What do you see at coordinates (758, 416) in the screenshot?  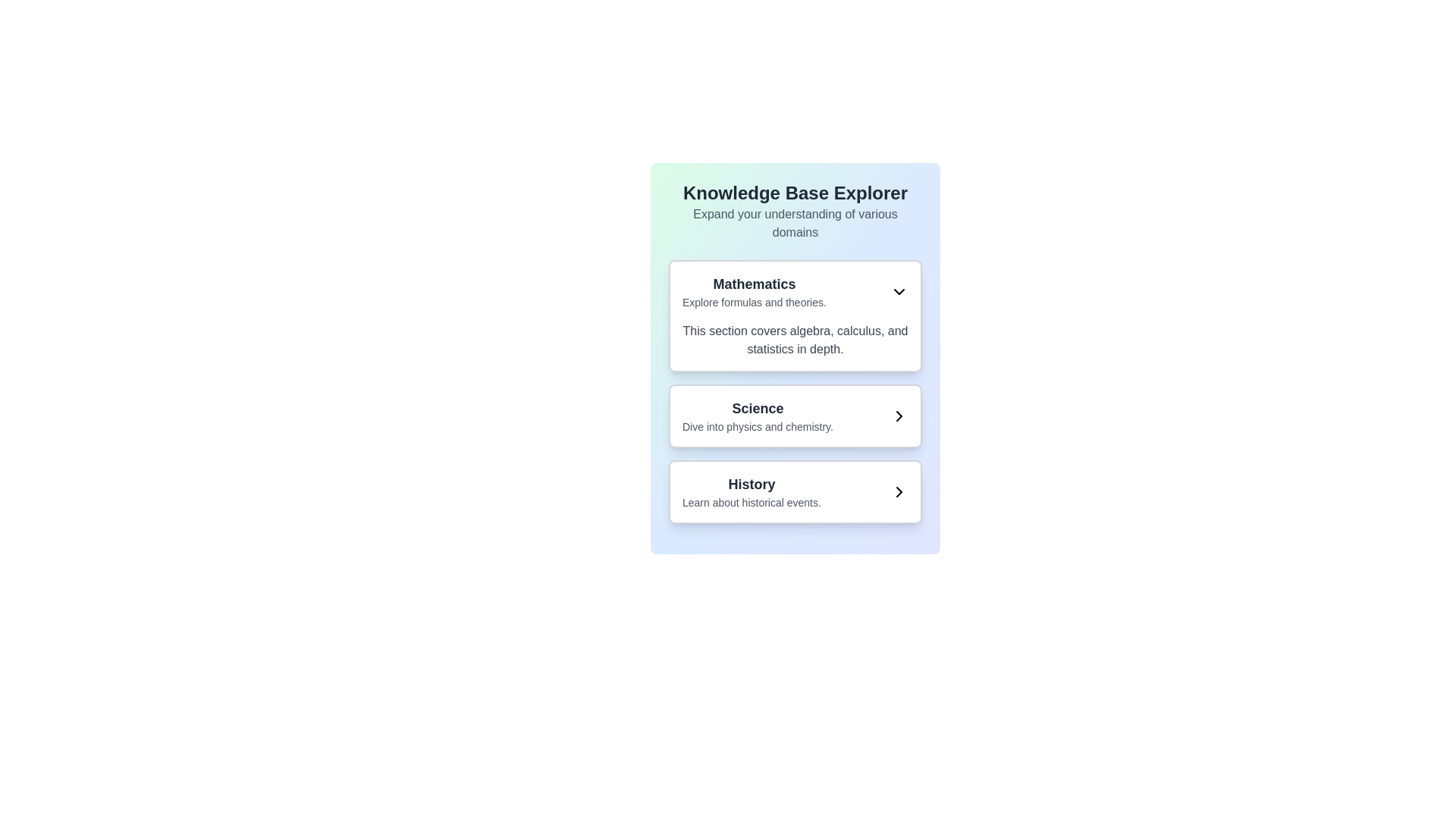 I see `information from the Informational text block located in the 'Knowledge Base Explorer' card, which is the second entry in the vertical list between 'Mathematics' and 'History'` at bounding box center [758, 416].